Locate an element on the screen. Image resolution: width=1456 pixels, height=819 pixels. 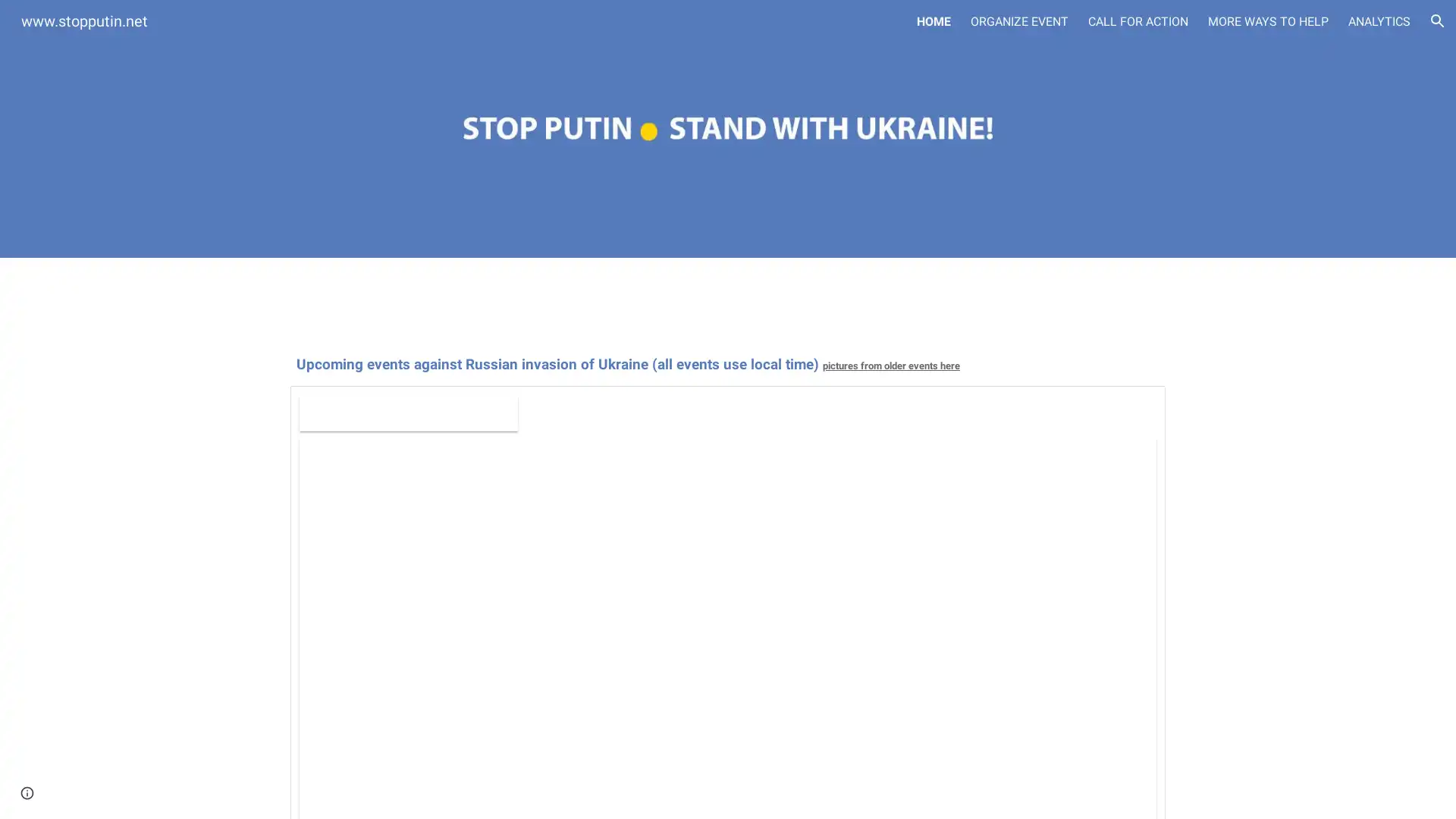
Report abuse is located at coordinates (182, 792).